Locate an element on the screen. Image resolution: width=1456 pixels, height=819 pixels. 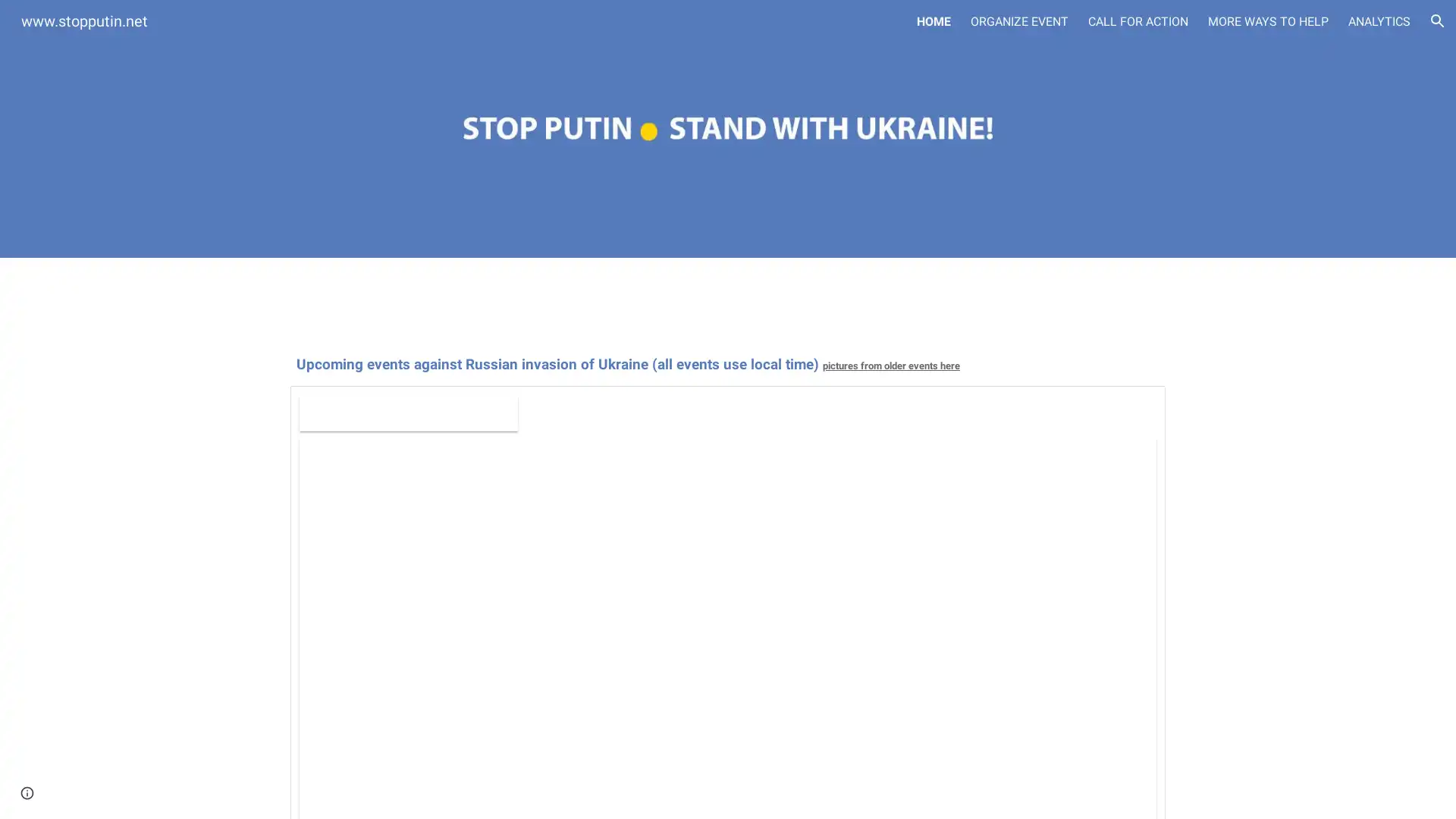
Report abuse is located at coordinates (182, 792).